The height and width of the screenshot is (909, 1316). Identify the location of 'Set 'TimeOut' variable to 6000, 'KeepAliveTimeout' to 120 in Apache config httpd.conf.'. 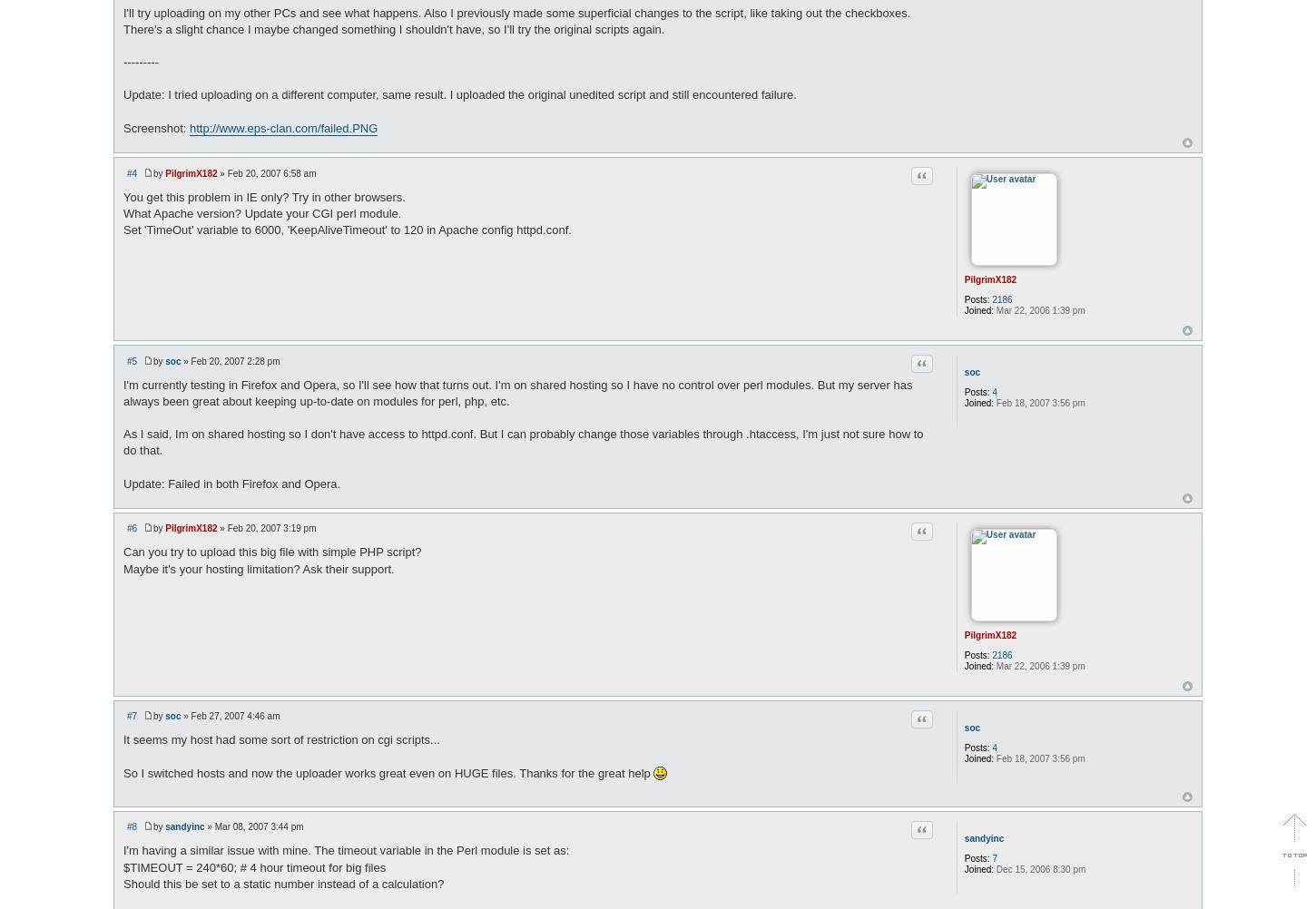
(346, 228).